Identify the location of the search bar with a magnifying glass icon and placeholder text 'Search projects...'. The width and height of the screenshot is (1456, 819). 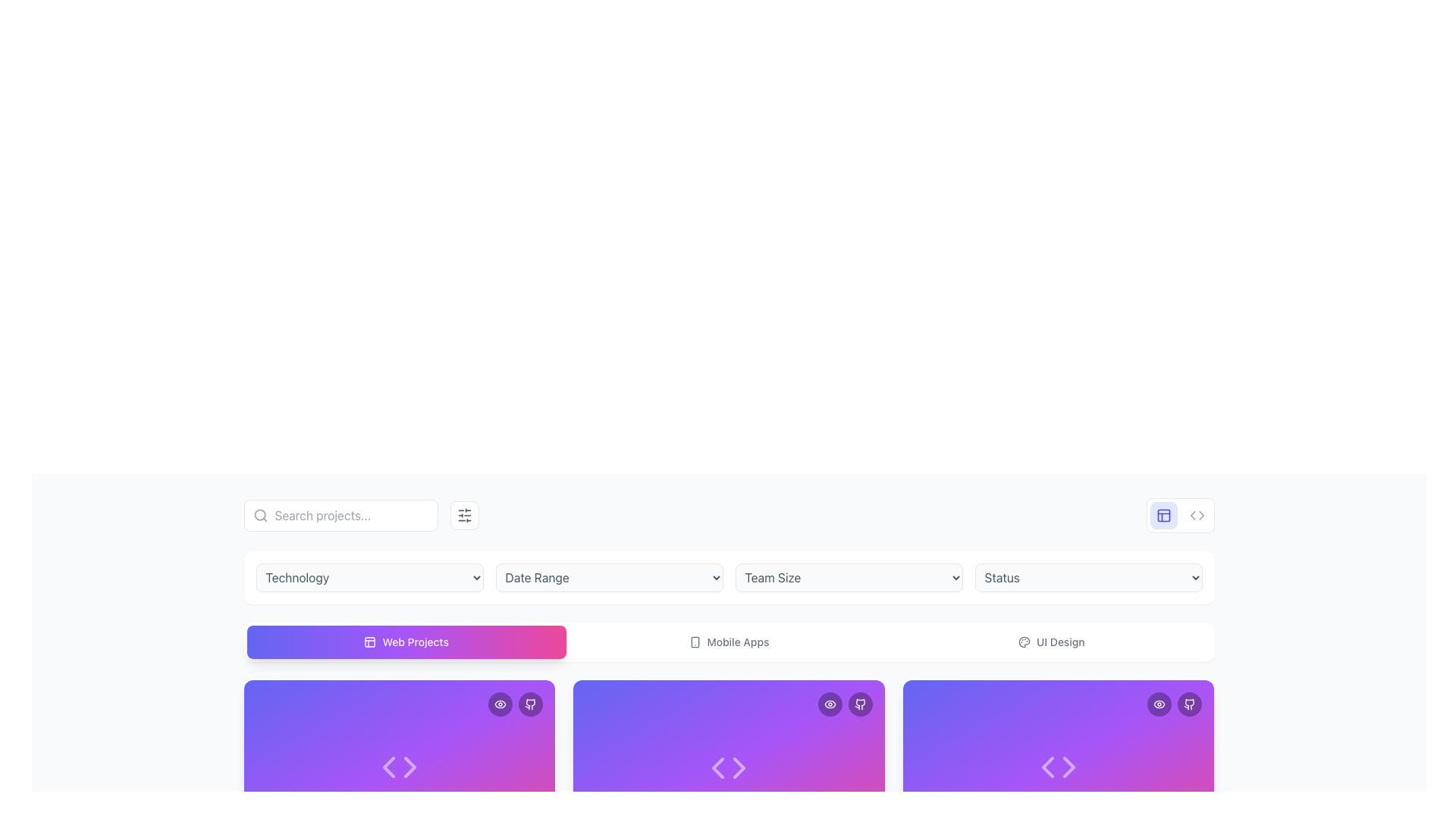
(340, 514).